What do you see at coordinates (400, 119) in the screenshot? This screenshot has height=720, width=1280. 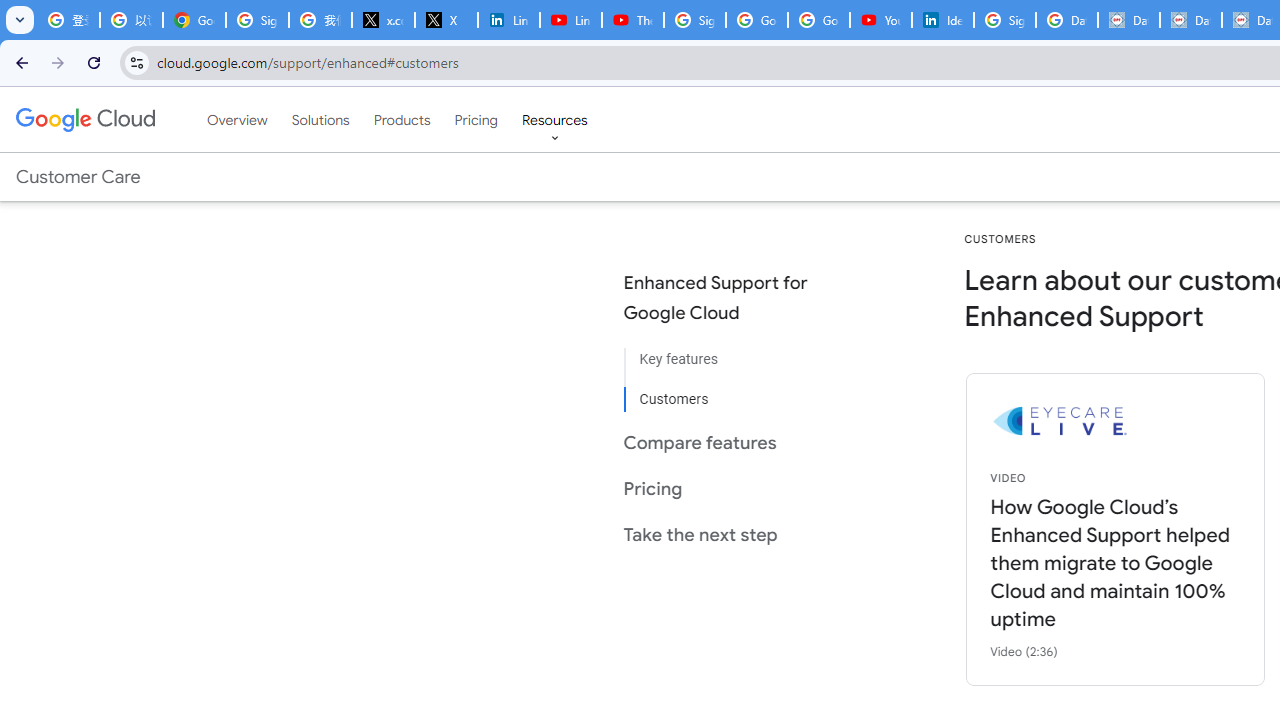 I see `'Products'` at bounding box center [400, 119].